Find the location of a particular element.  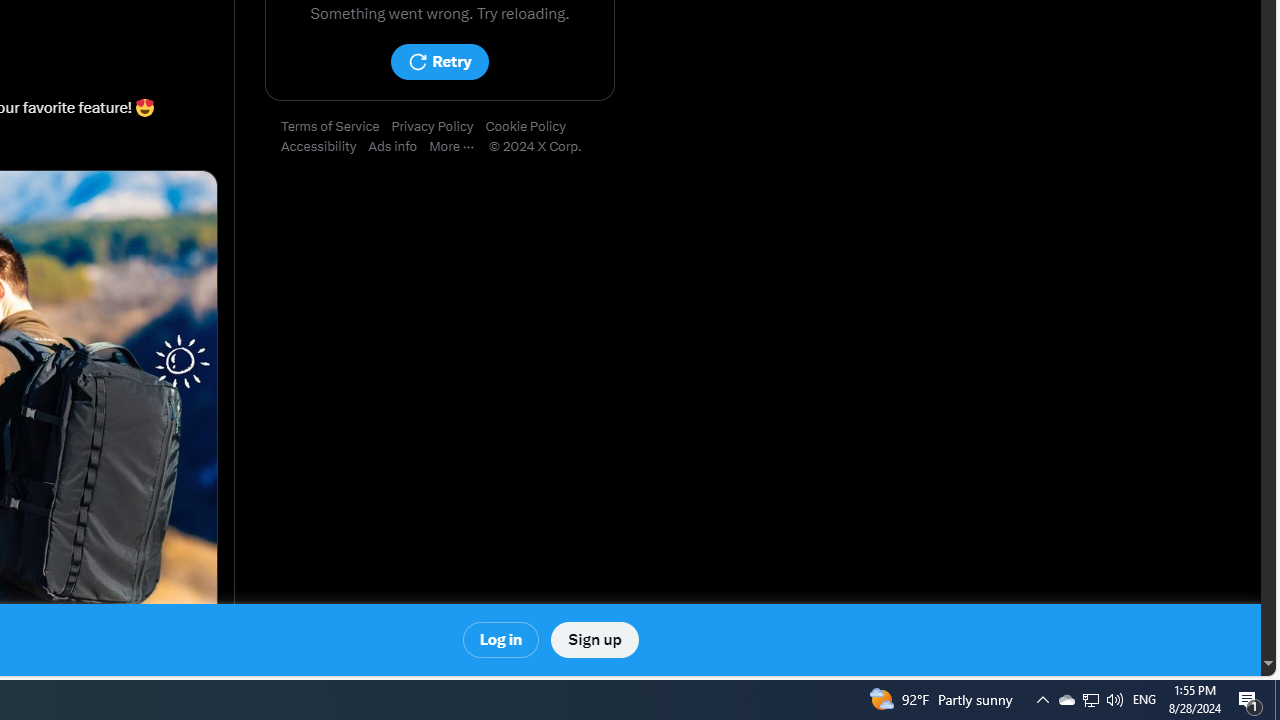

'Privacy Policy' is located at coordinates (437, 127).